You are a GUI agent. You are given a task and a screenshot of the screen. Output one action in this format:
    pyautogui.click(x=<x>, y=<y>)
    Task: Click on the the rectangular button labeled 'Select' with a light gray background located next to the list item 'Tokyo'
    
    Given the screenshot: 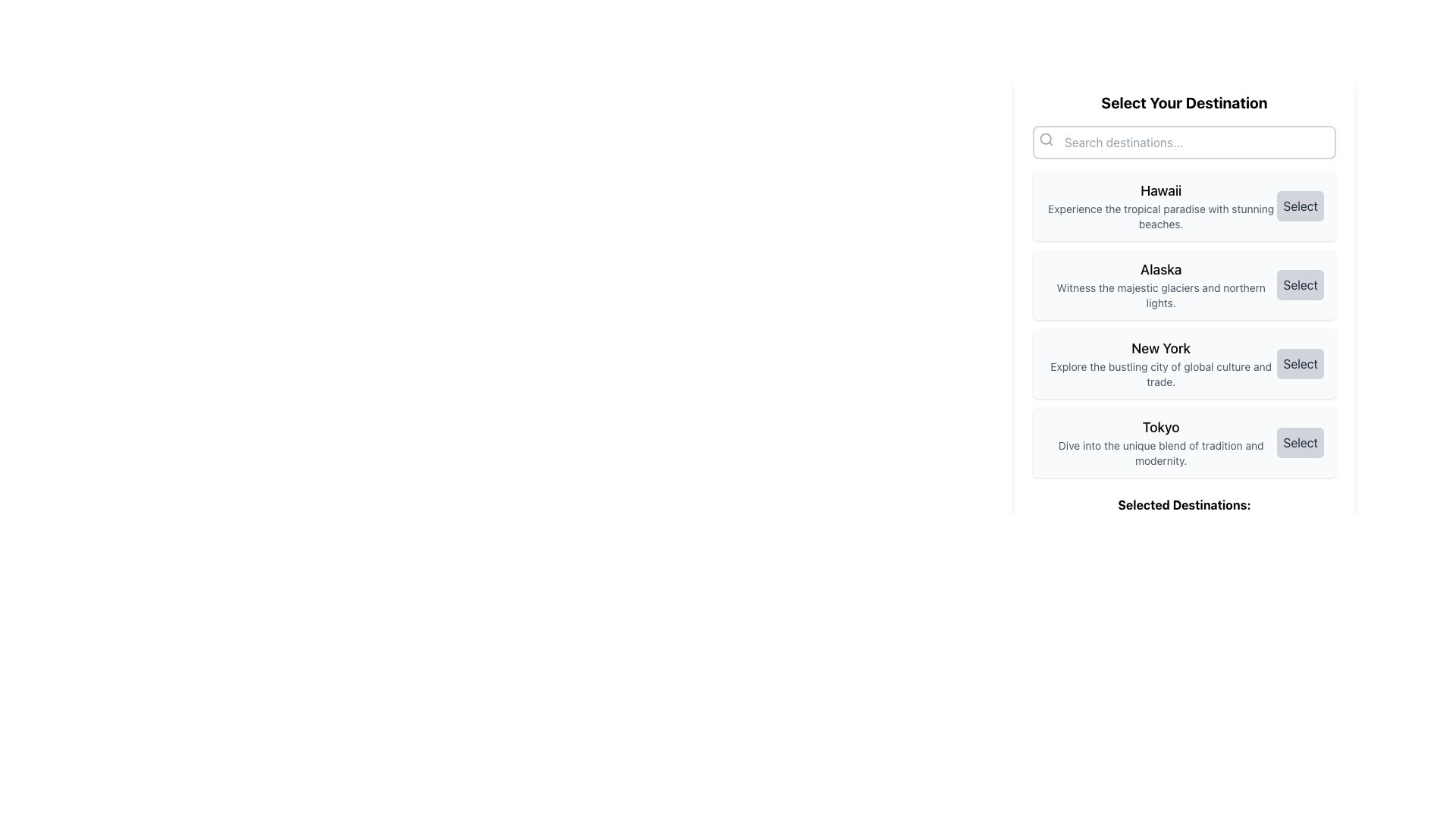 What is the action you would take?
    pyautogui.click(x=1300, y=442)
    